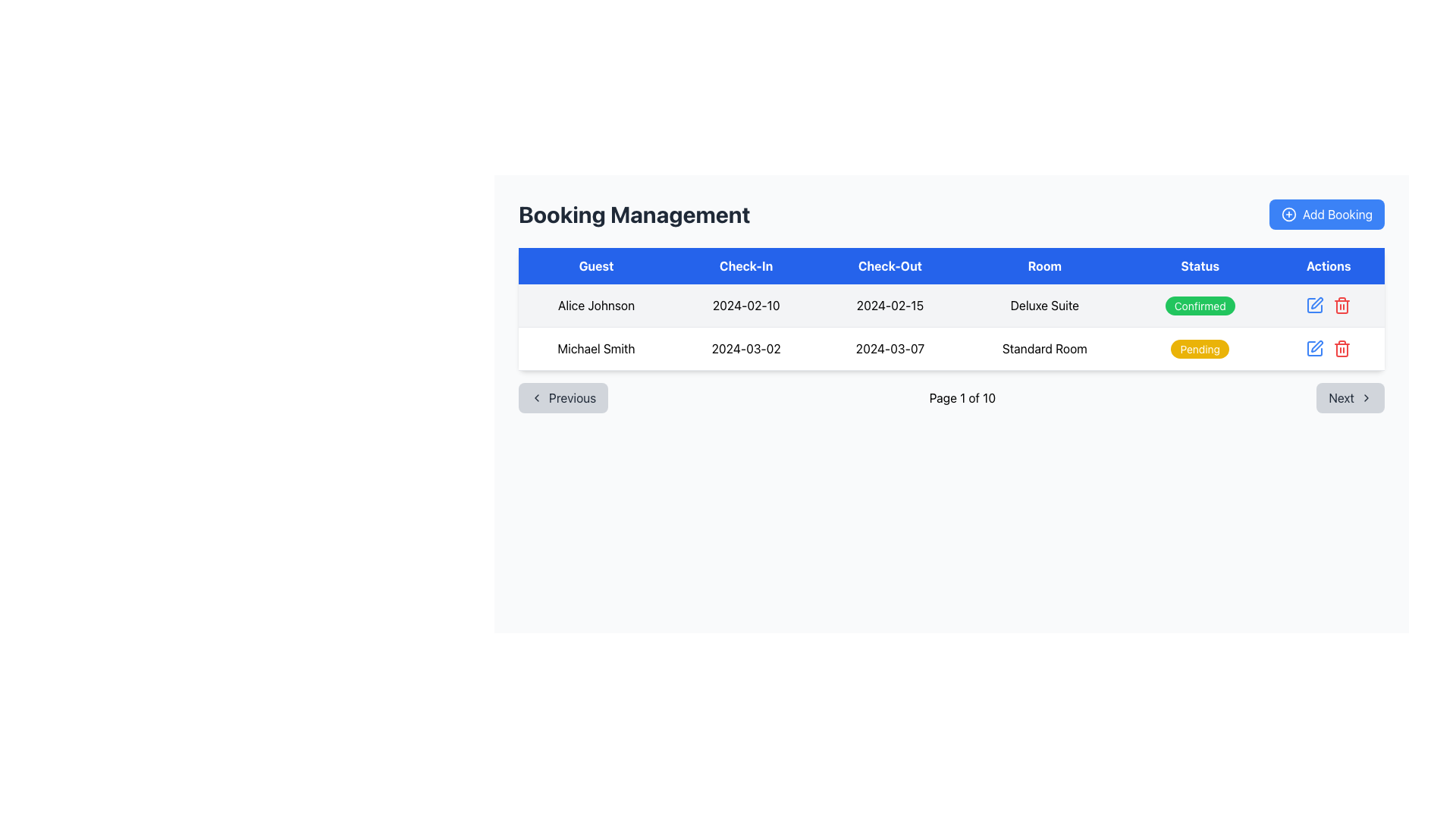 This screenshot has height=819, width=1456. Describe the element at coordinates (595, 265) in the screenshot. I see `the 'Guest' column header label in the table, which is the first element in the header section and indicates the column for guest names` at that location.